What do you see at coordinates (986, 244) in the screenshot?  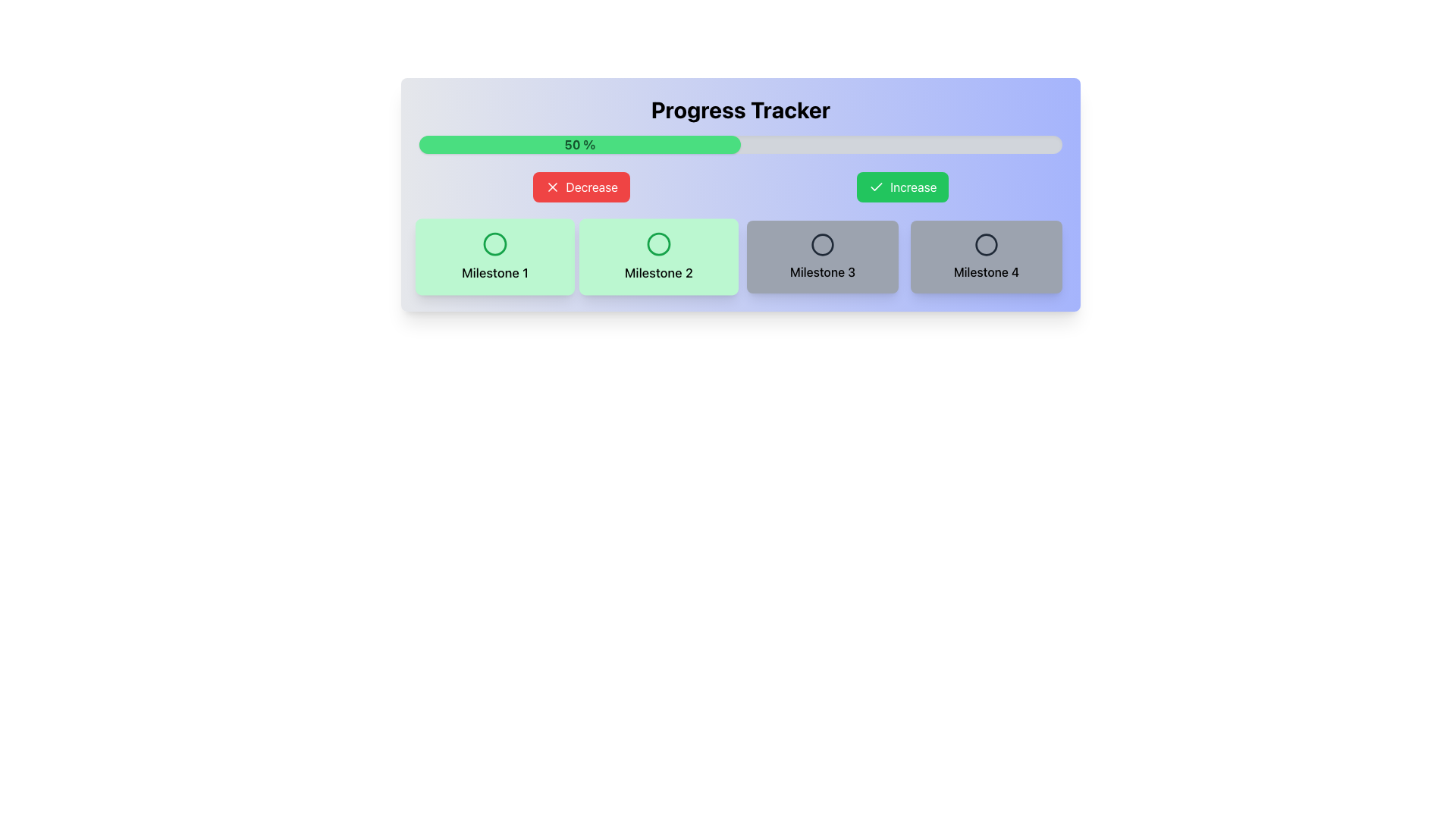 I see `the circular icon outlined in dark gray, located at the top center of the Milestone 4 card, which is the last milestone card in a row of four cards at the bottom of the interface` at bounding box center [986, 244].